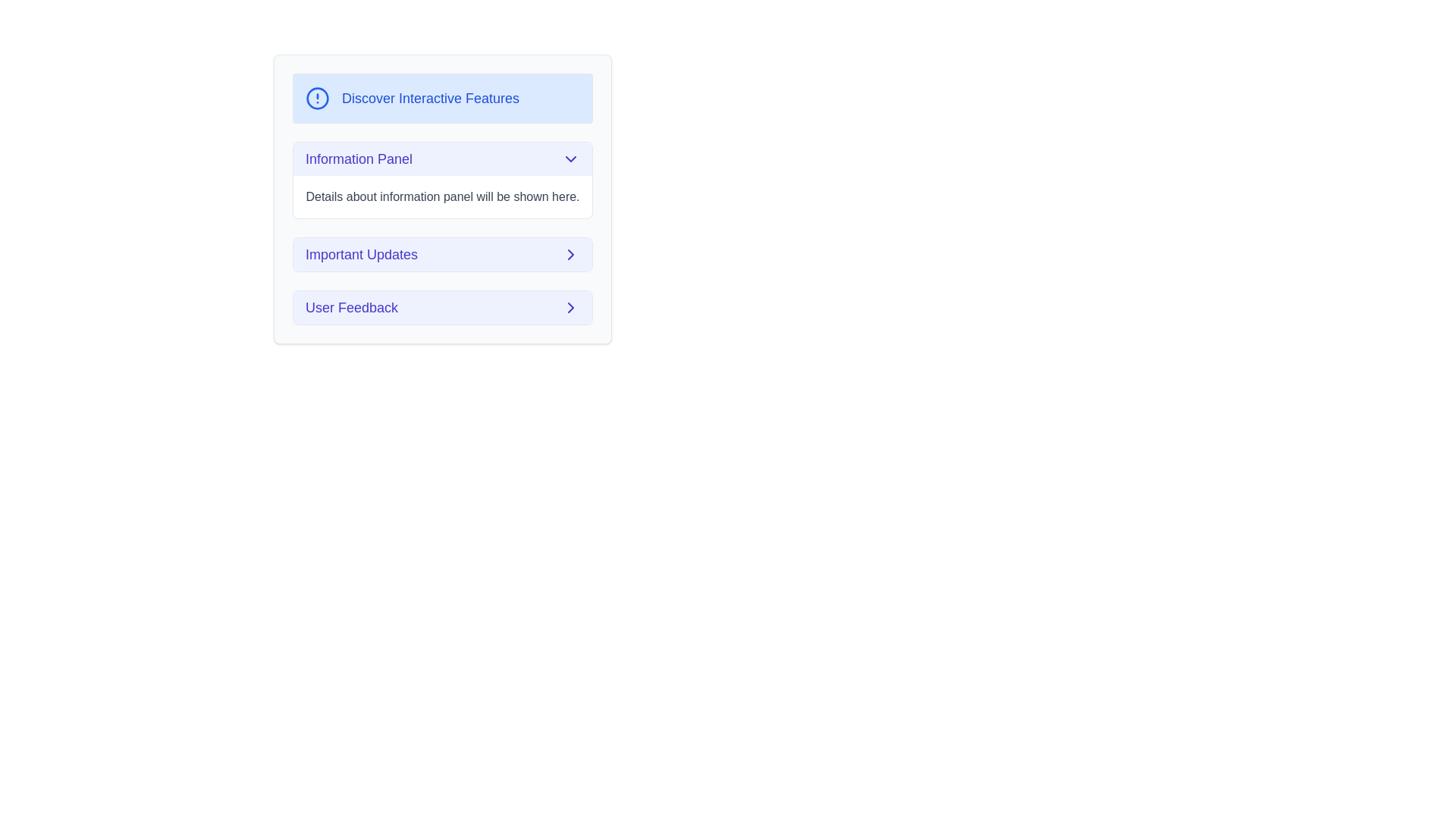 This screenshot has height=819, width=1456. Describe the element at coordinates (351, 307) in the screenshot. I see `the 'User Feedback' label, which is styled in bold blue text on a light indigo background, located in a sidebar below a chevron icon` at that location.